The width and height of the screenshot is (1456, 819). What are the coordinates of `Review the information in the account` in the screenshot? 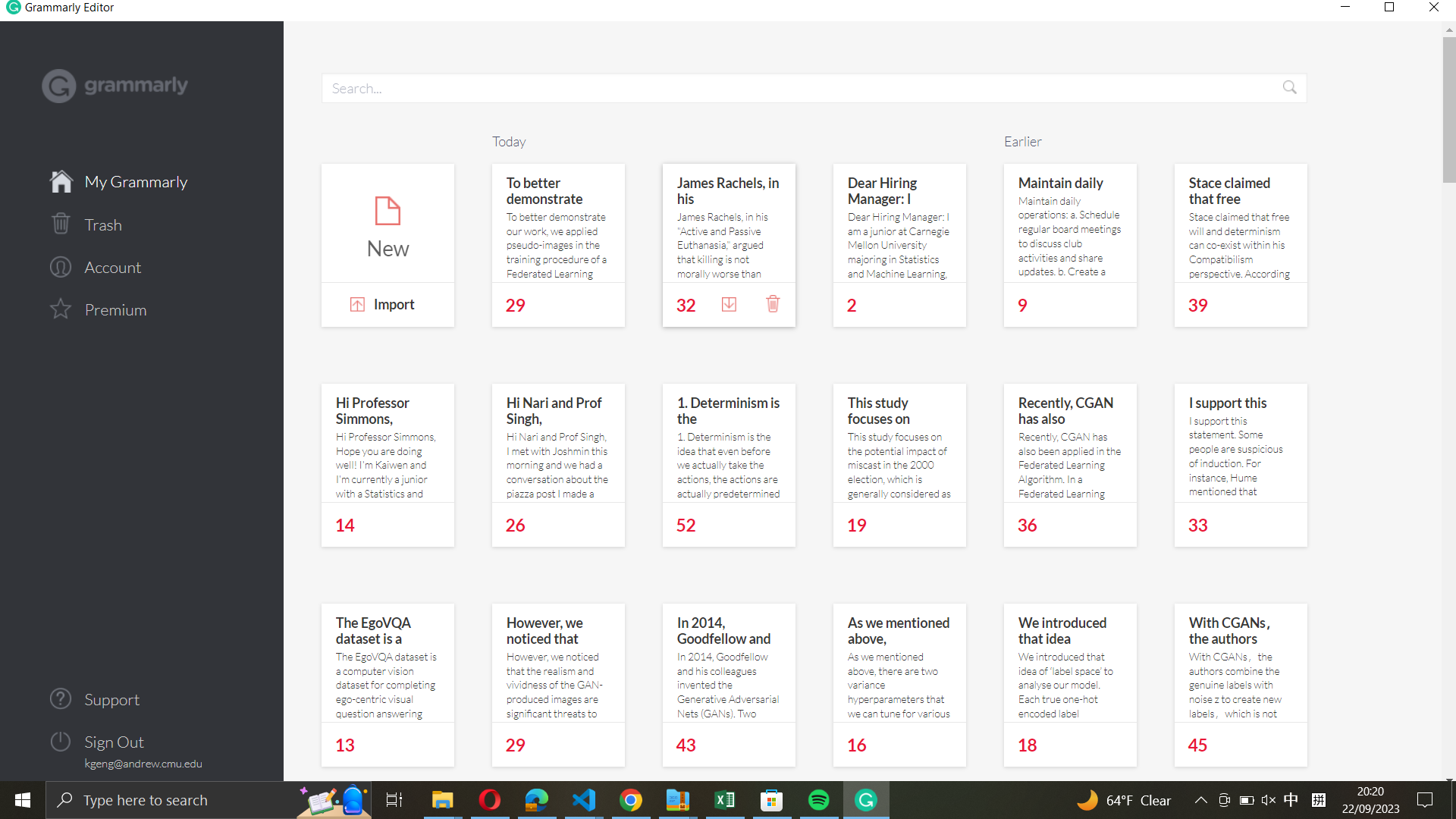 It's located at (142, 265).